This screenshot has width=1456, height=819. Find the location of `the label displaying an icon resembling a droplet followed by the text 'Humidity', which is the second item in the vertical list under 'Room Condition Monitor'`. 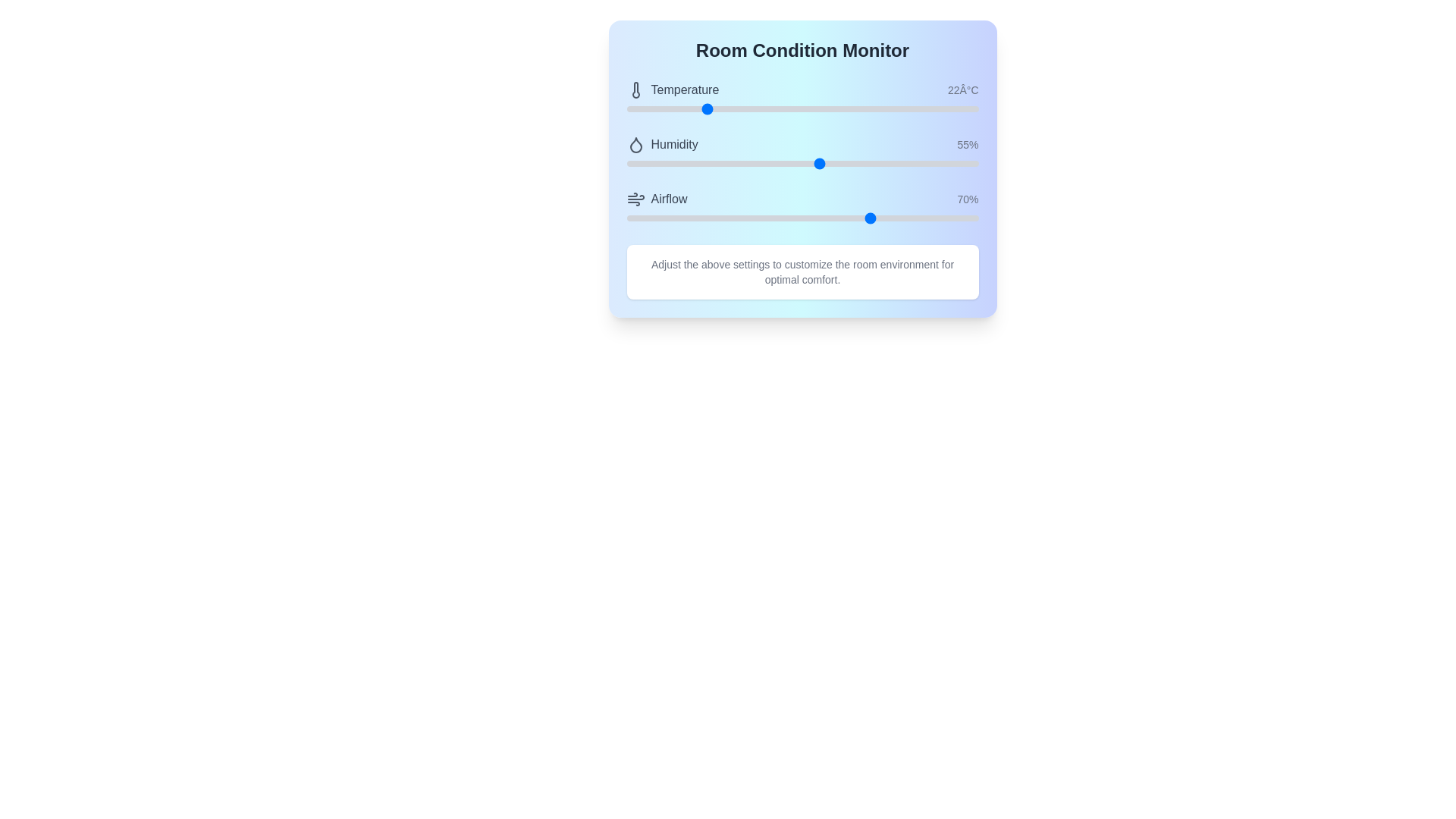

the label displaying an icon resembling a droplet followed by the text 'Humidity', which is the second item in the vertical list under 'Room Condition Monitor' is located at coordinates (662, 145).